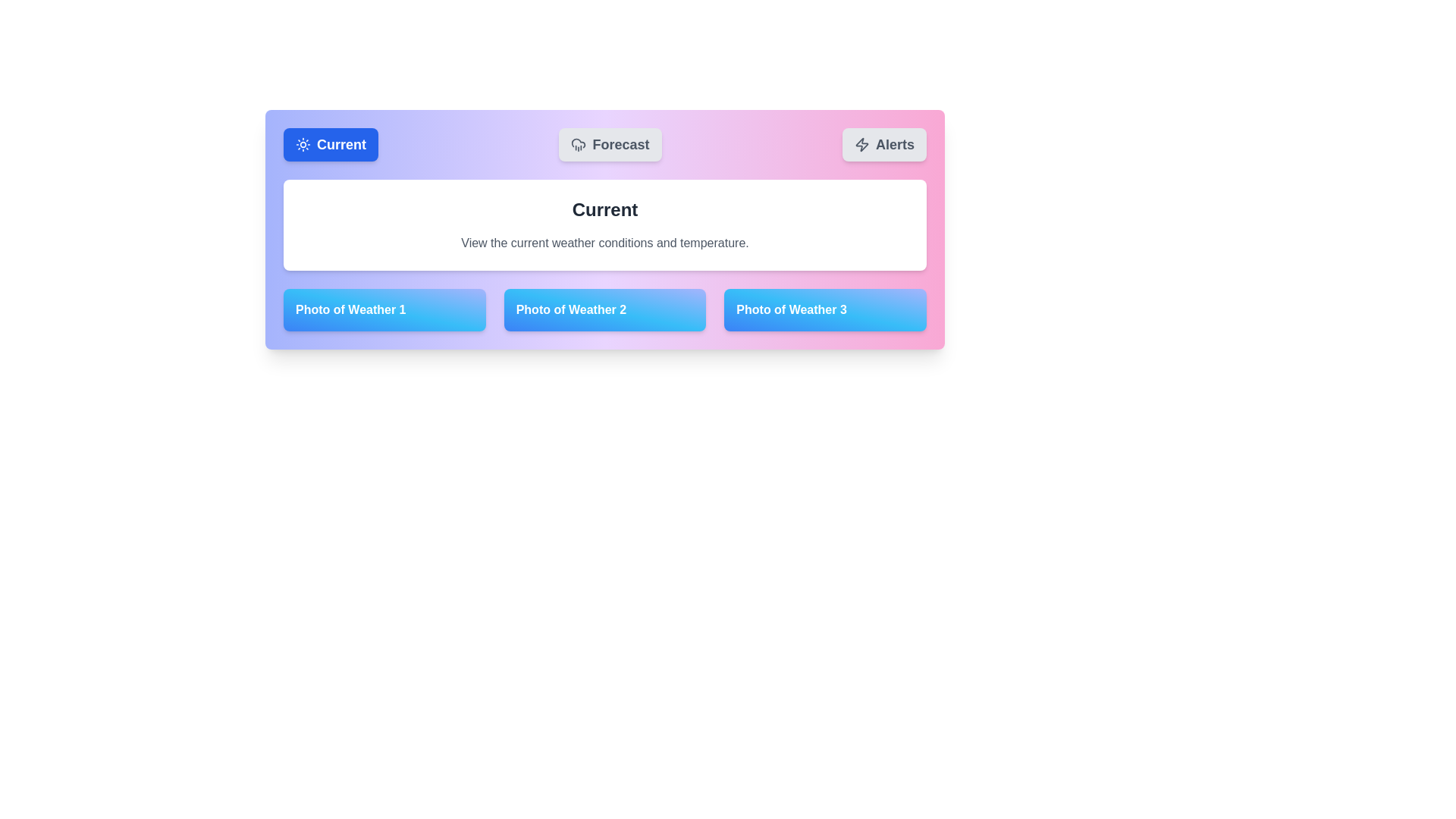 The image size is (1456, 819). What do you see at coordinates (570, 309) in the screenshot?
I see `the bold text label displaying 'Photo of Weather 2' on the gradient blue background` at bounding box center [570, 309].